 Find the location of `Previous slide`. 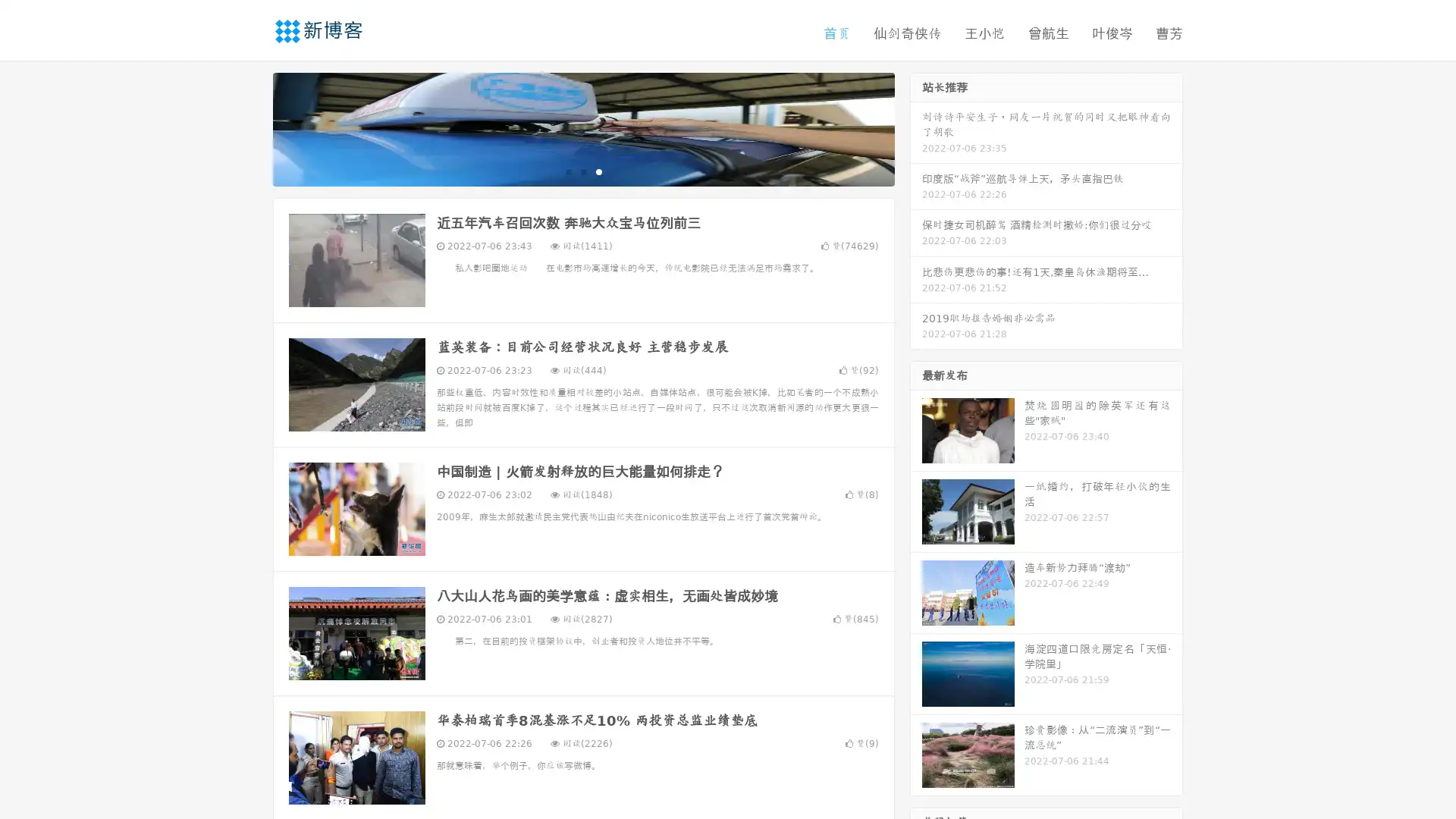

Previous slide is located at coordinates (250, 127).